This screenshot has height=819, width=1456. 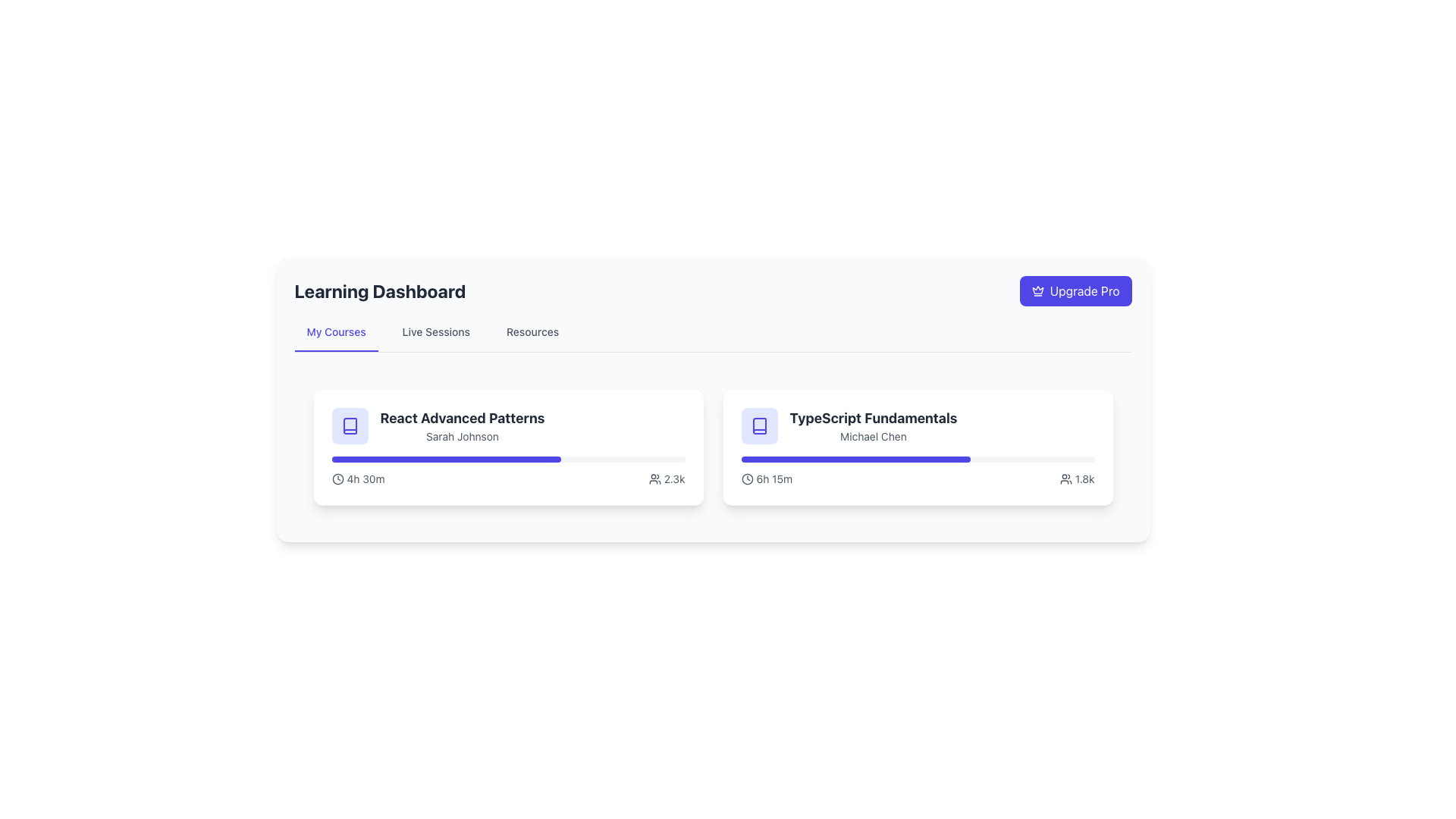 What do you see at coordinates (335, 350) in the screenshot?
I see `the styling changes of the decorative indicator for the active navigation tab located below the 'My Courses' text in the navigation bar` at bounding box center [335, 350].